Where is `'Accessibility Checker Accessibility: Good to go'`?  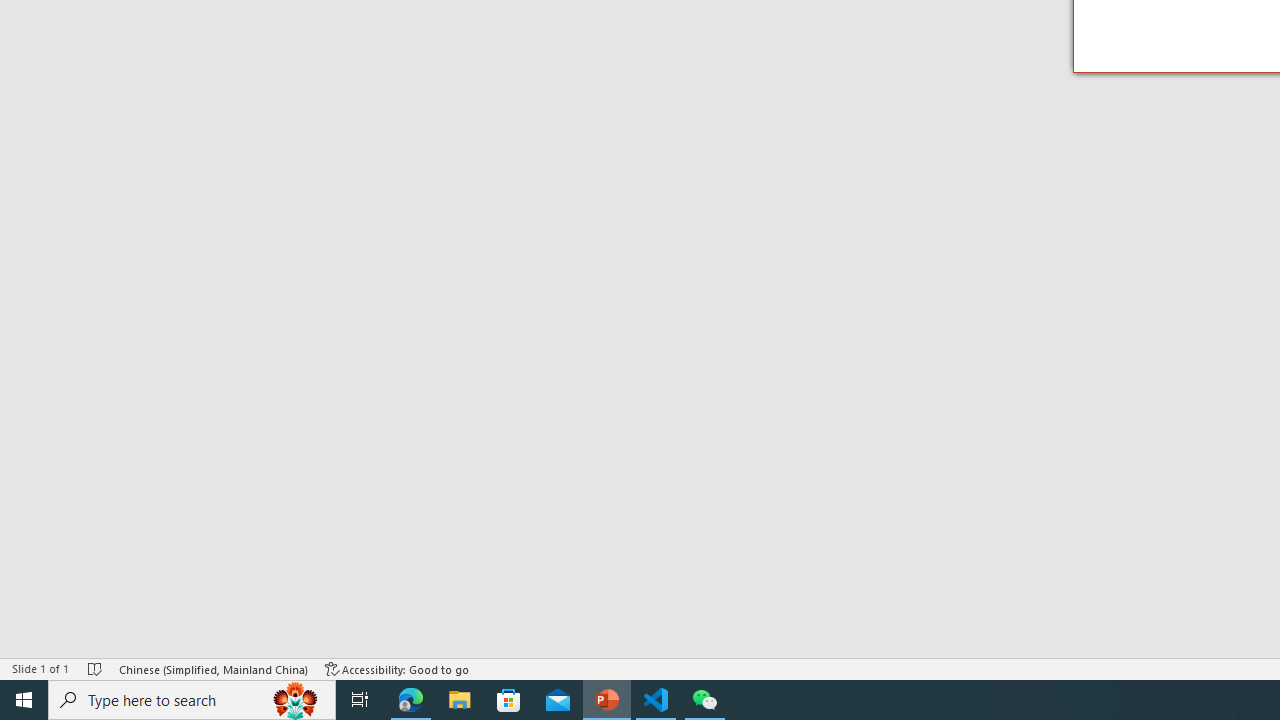 'Accessibility Checker Accessibility: Good to go' is located at coordinates (397, 669).